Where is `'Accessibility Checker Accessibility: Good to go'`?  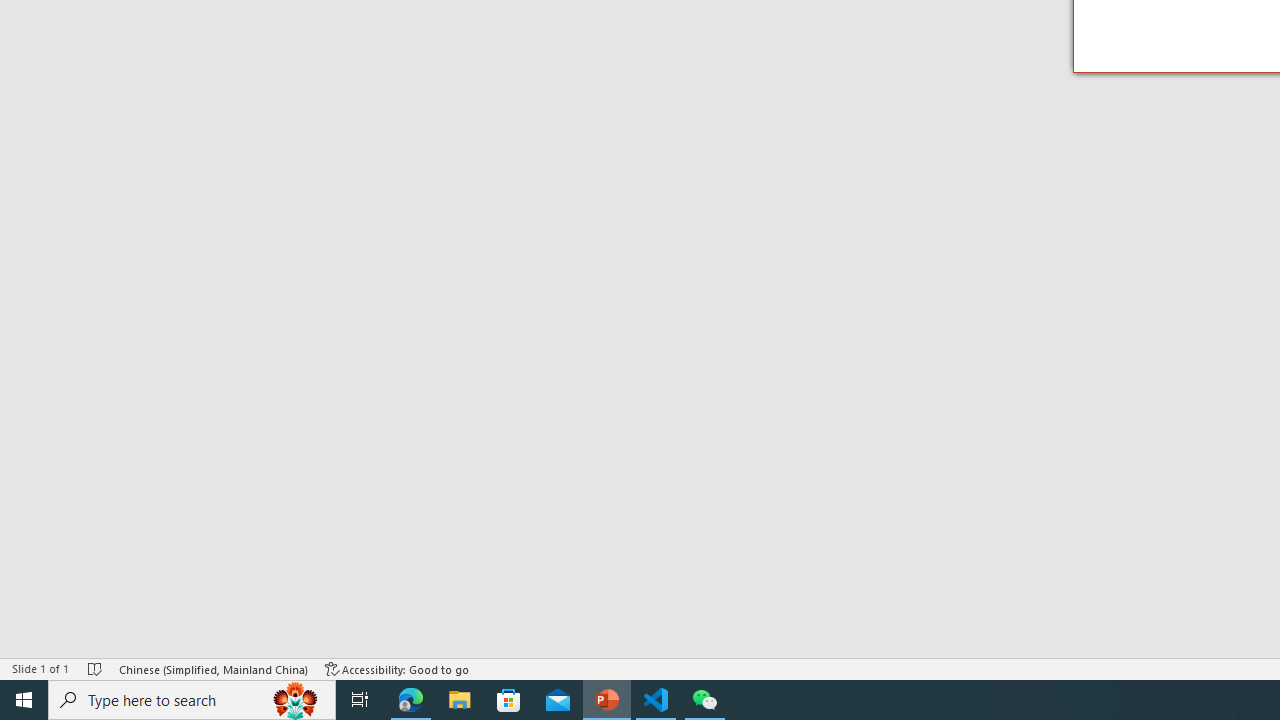 'Accessibility Checker Accessibility: Good to go' is located at coordinates (397, 669).